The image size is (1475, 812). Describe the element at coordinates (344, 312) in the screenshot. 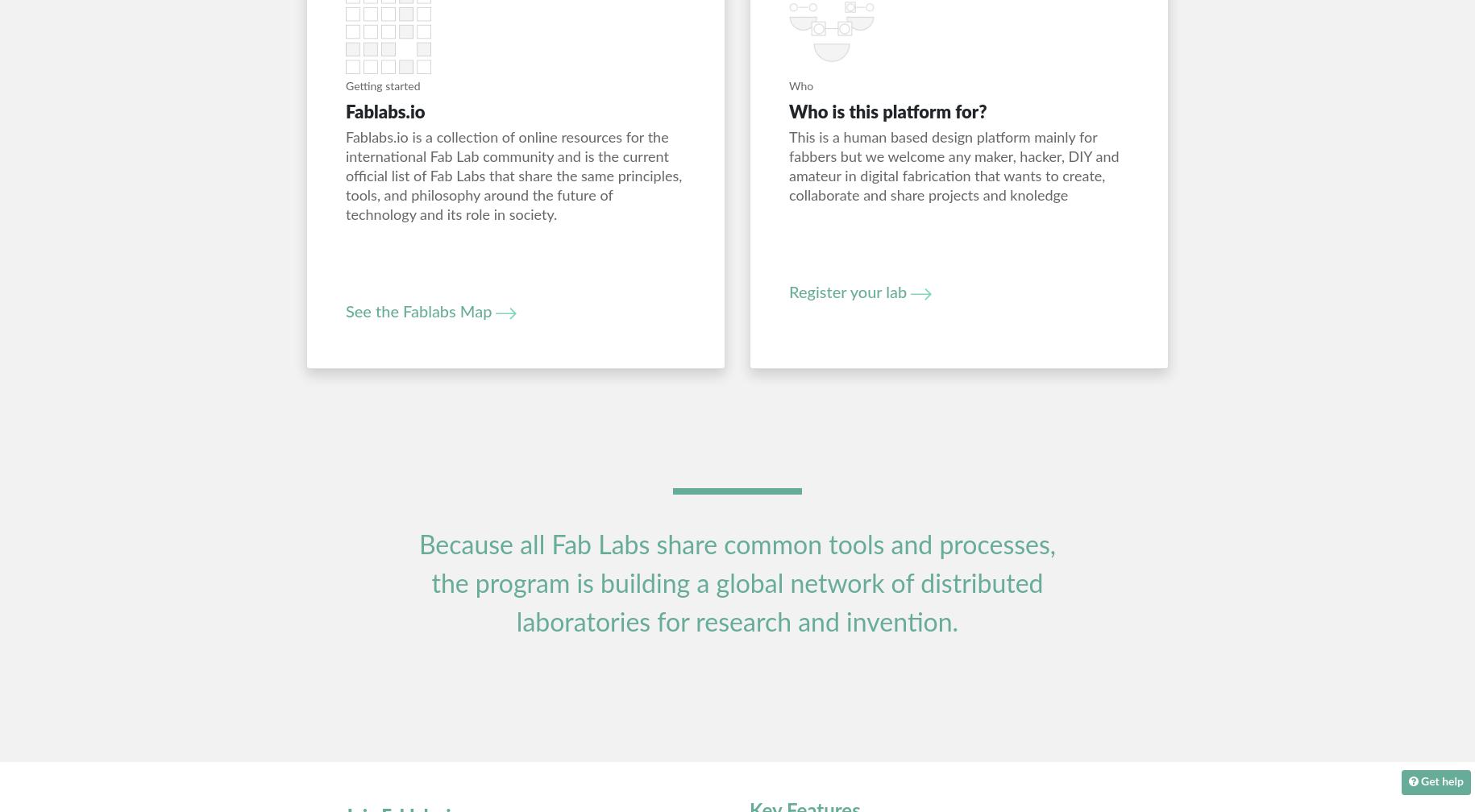

I see `'See the Fablabs Map'` at that location.